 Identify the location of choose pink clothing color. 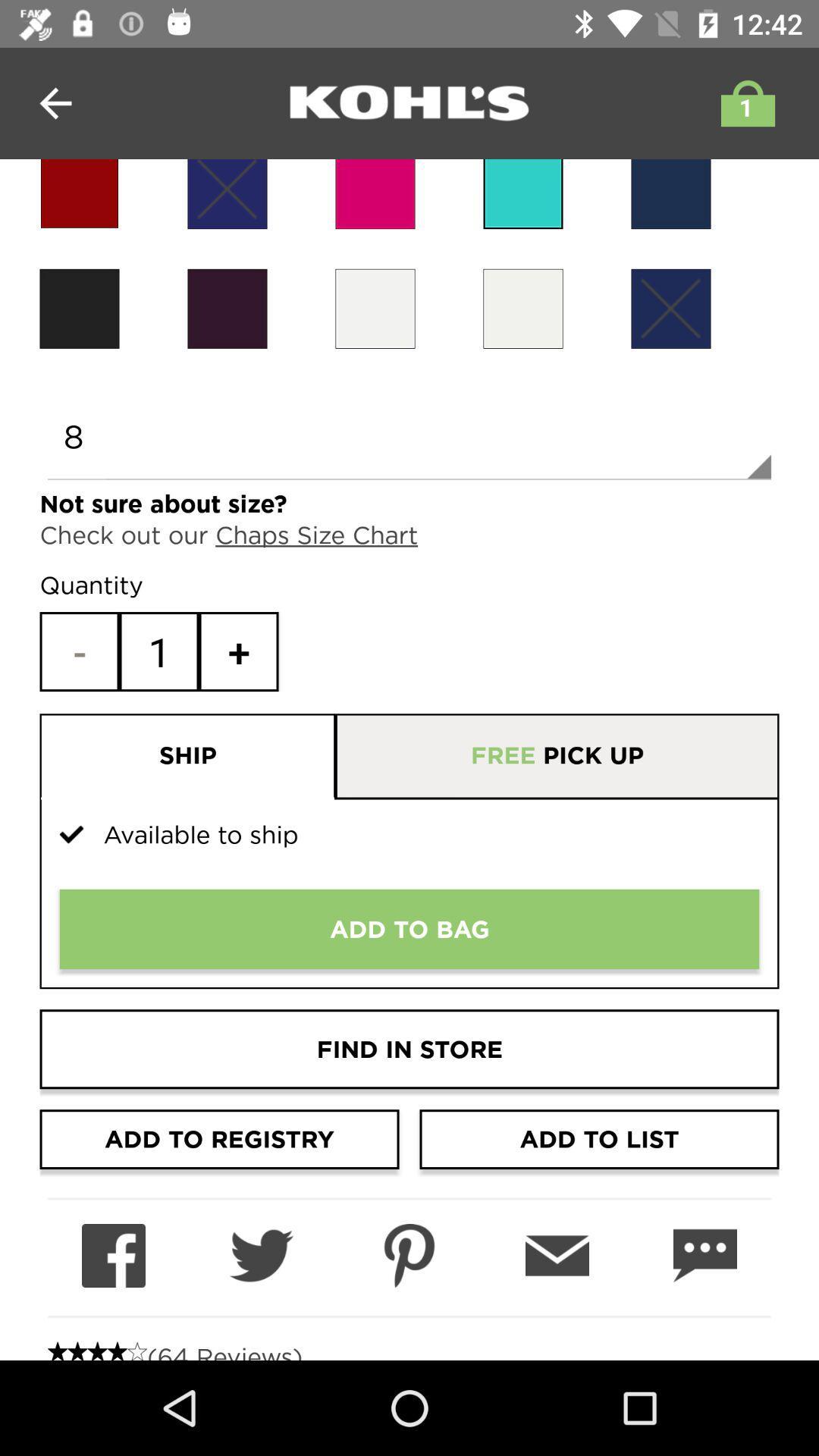
(375, 193).